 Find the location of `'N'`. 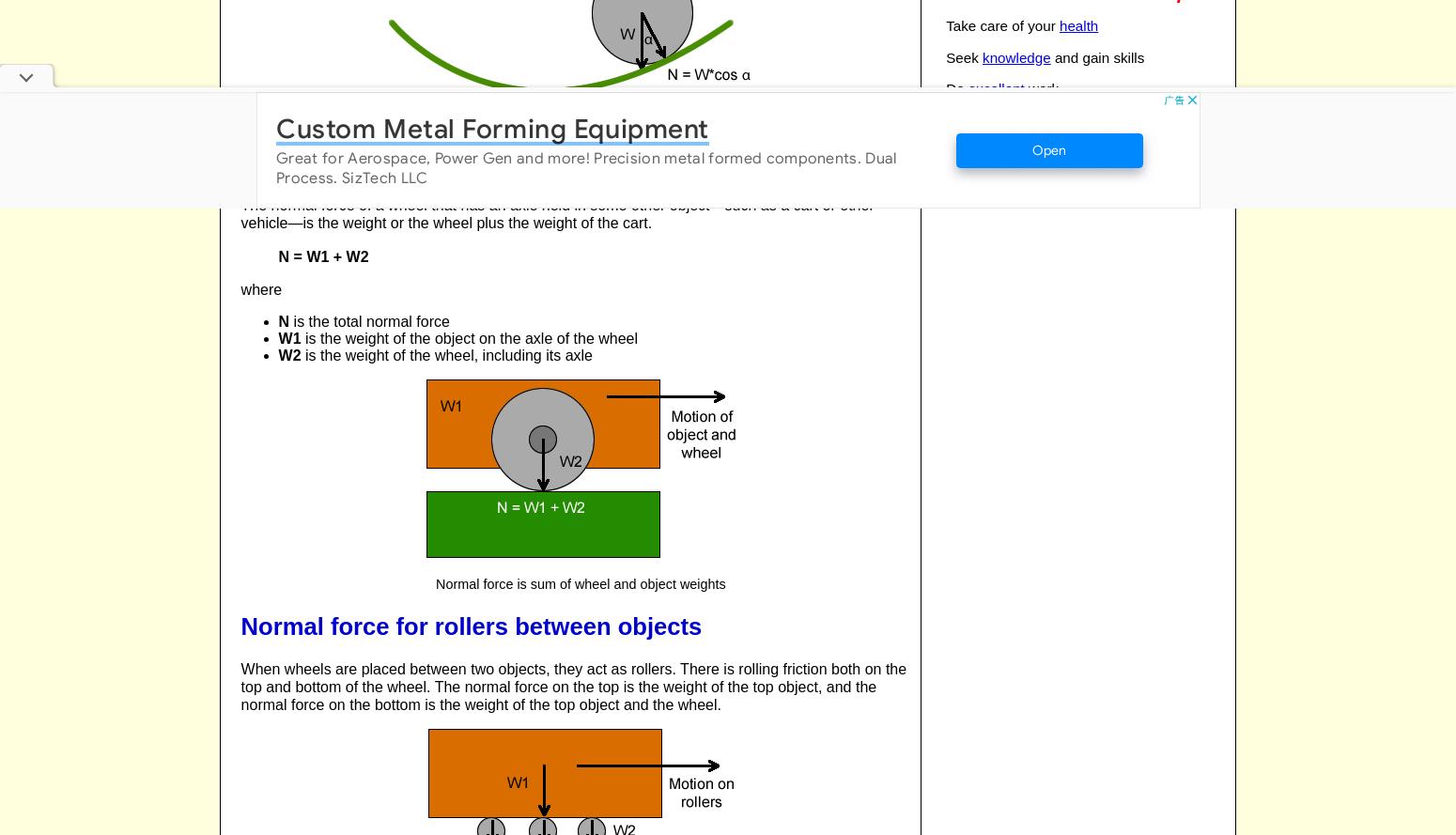

'N' is located at coordinates (283, 319).